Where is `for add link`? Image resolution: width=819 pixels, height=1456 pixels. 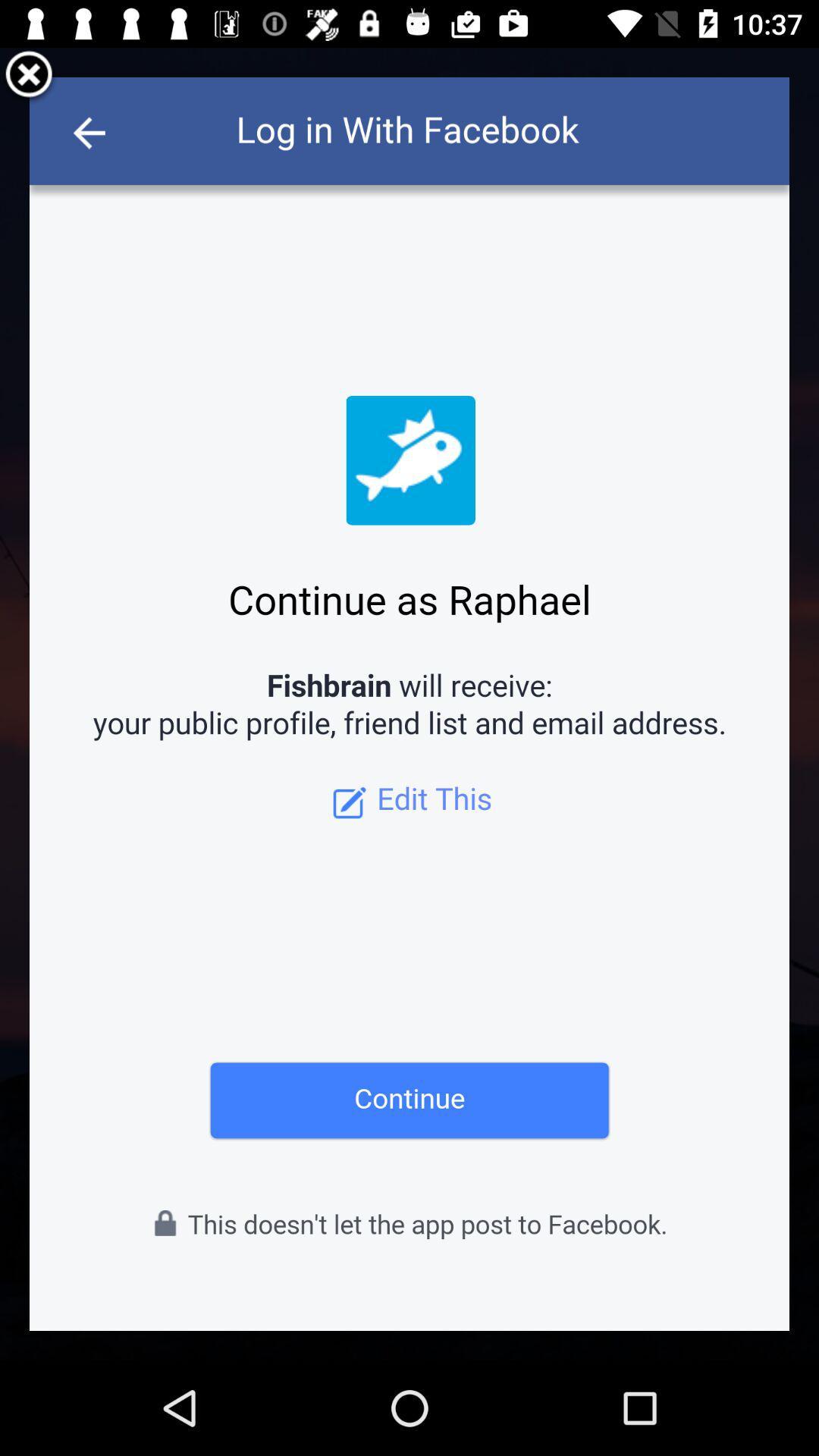 for add link is located at coordinates (409, 703).